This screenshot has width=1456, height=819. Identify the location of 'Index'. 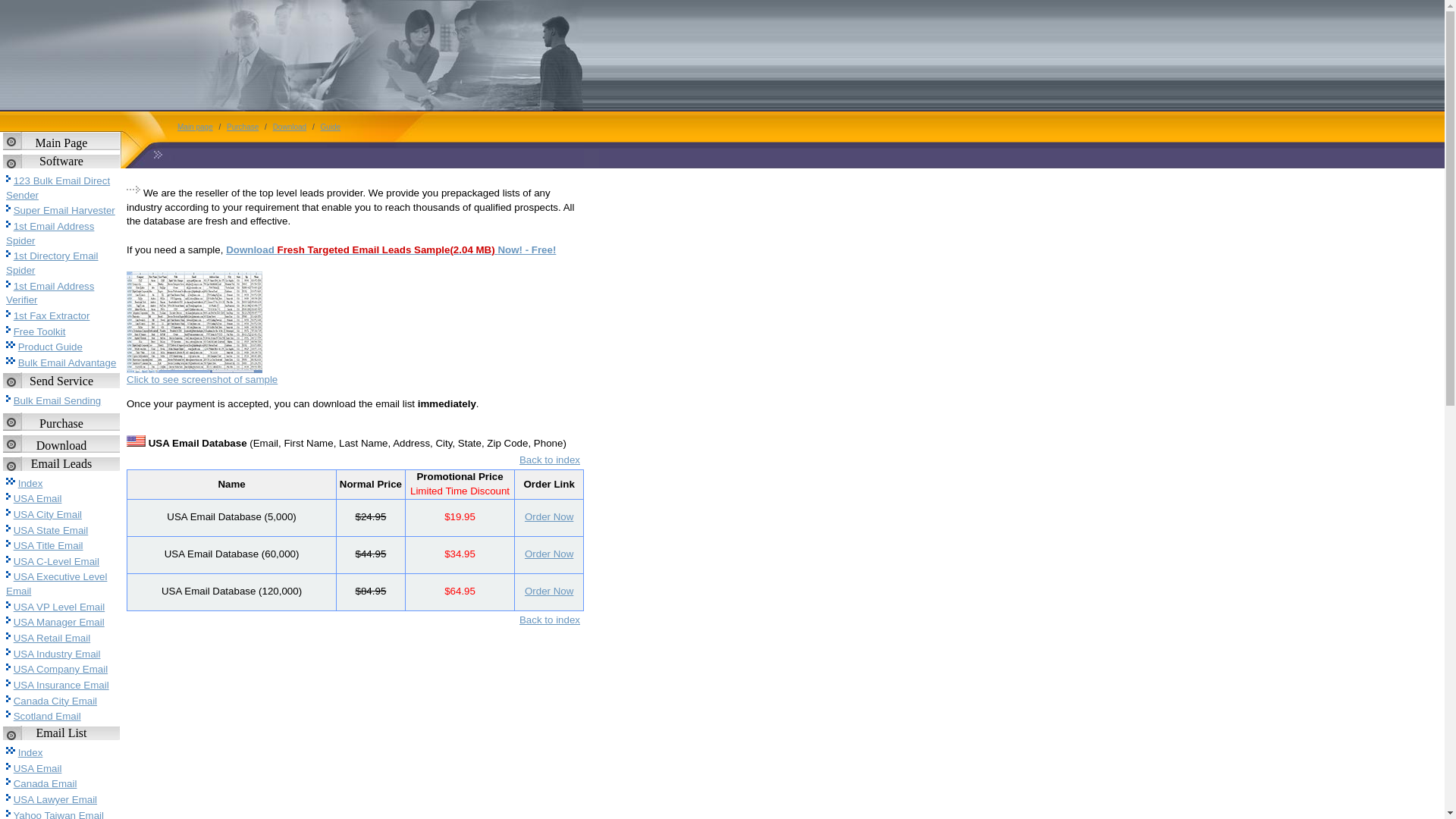
(30, 483).